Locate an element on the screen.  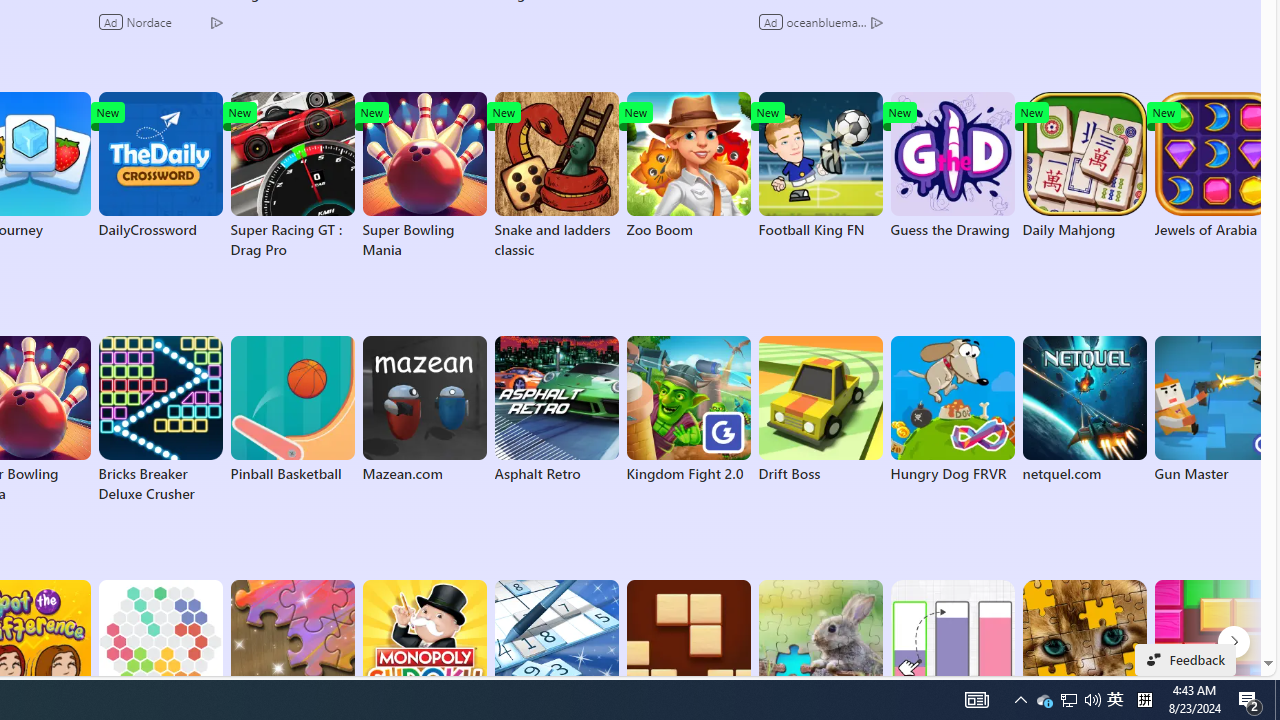
'Puzzle next page' is located at coordinates (1232, 641).